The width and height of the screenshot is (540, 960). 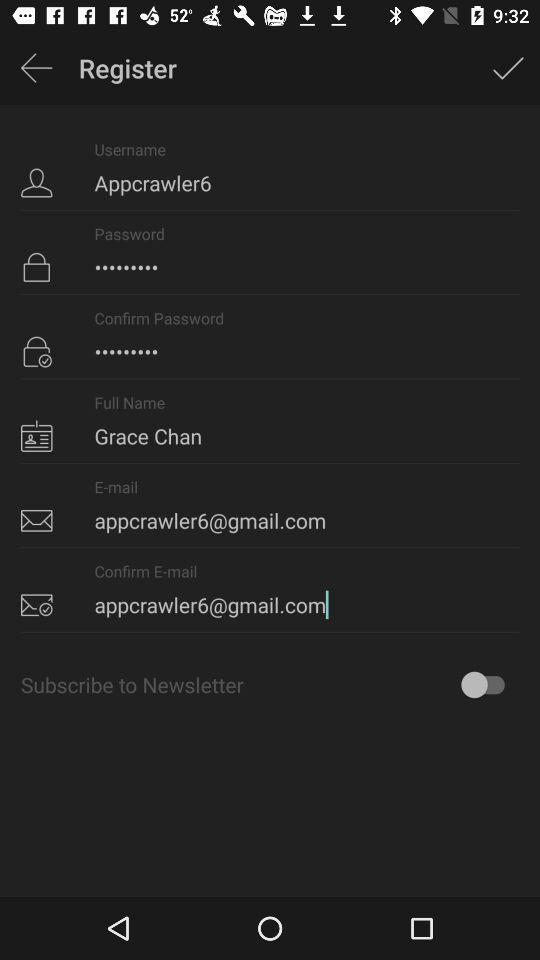 What do you see at coordinates (36, 68) in the screenshot?
I see `item next to the register icon` at bounding box center [36, 68].